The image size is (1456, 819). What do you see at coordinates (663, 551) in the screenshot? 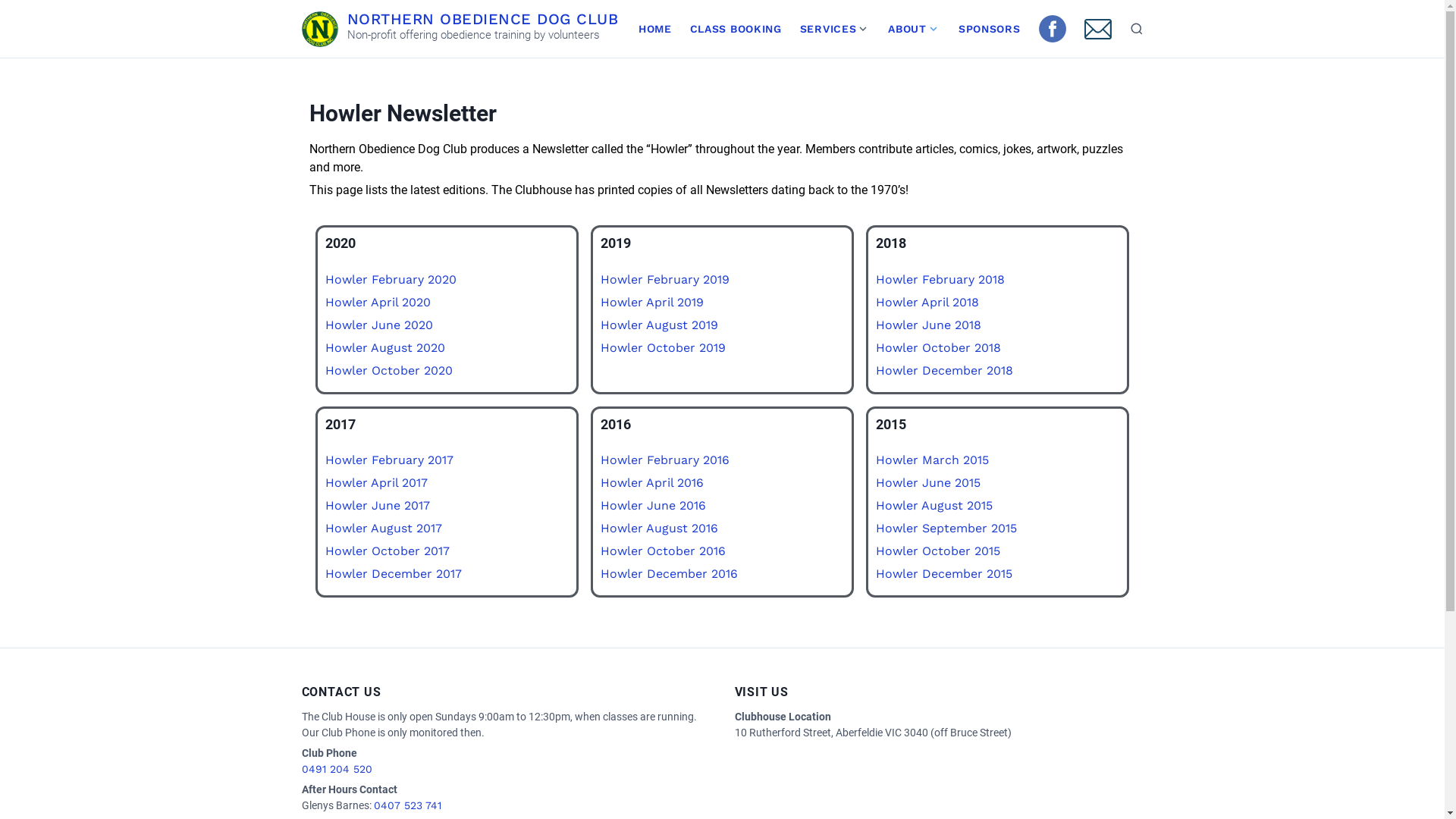
I see `'Howler October 2016'` at bounding box center [663, 551].